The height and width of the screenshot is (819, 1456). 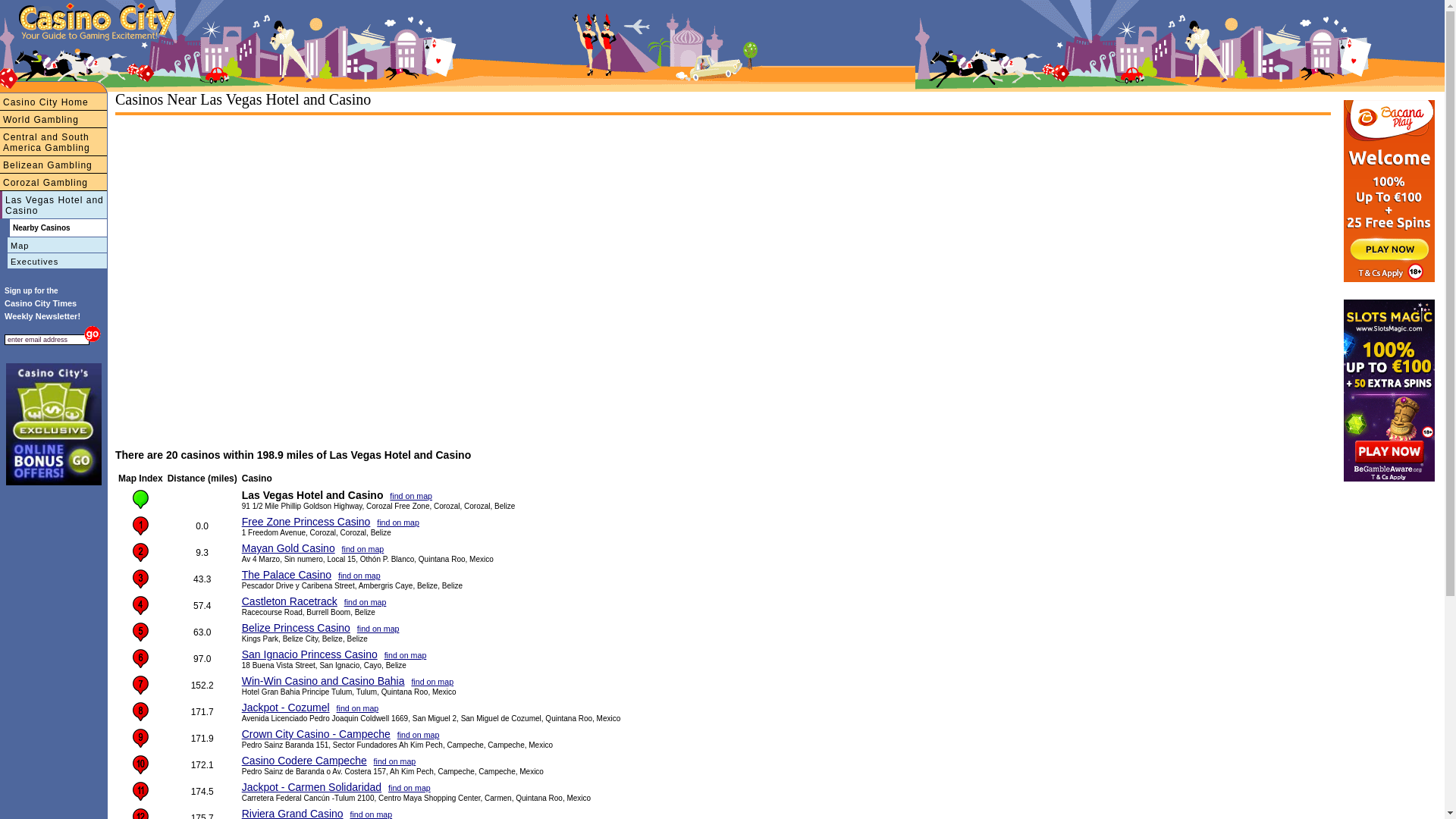 I want to click on 'find on map', so click(x=419, y=733).